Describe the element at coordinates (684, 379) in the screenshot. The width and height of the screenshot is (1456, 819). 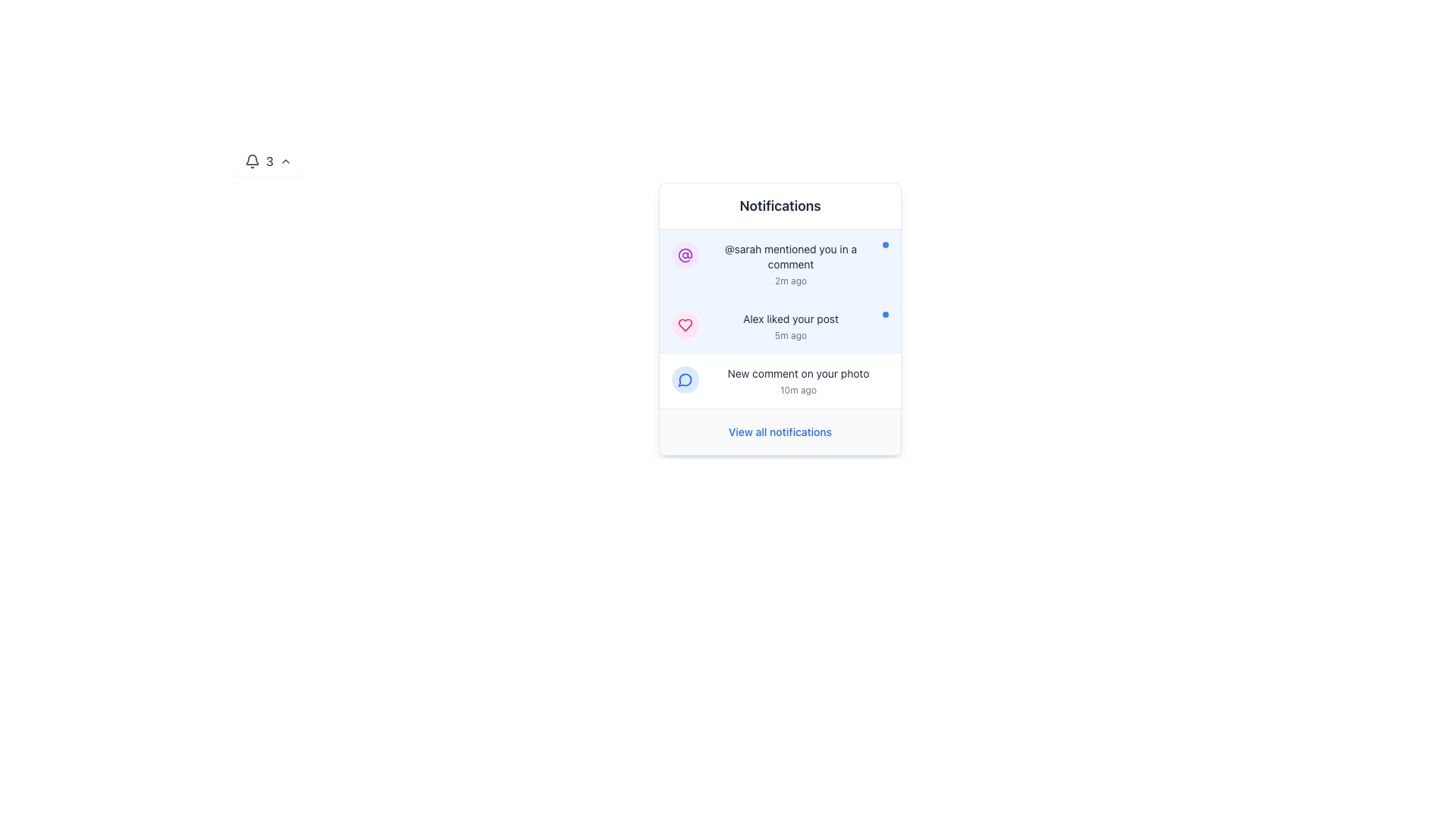
I see `the comment notification icon, which is the leftmost component of the 'New comment on your photo' notification item at the bottom of the notifications list` at that location.